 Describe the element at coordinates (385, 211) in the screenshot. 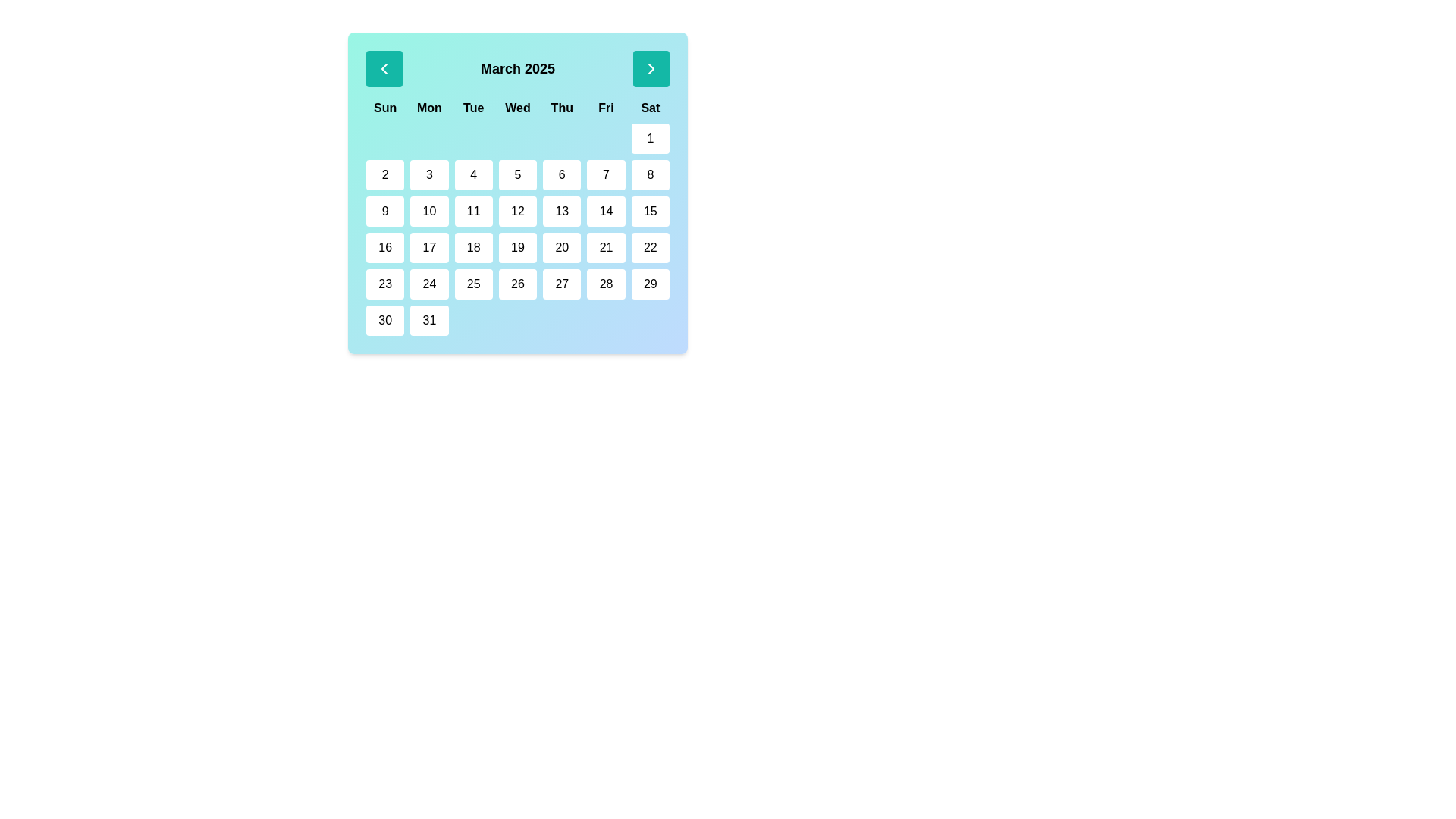

I see `the square-shaped button displaying the number '9' in a calendar interface` at that location.